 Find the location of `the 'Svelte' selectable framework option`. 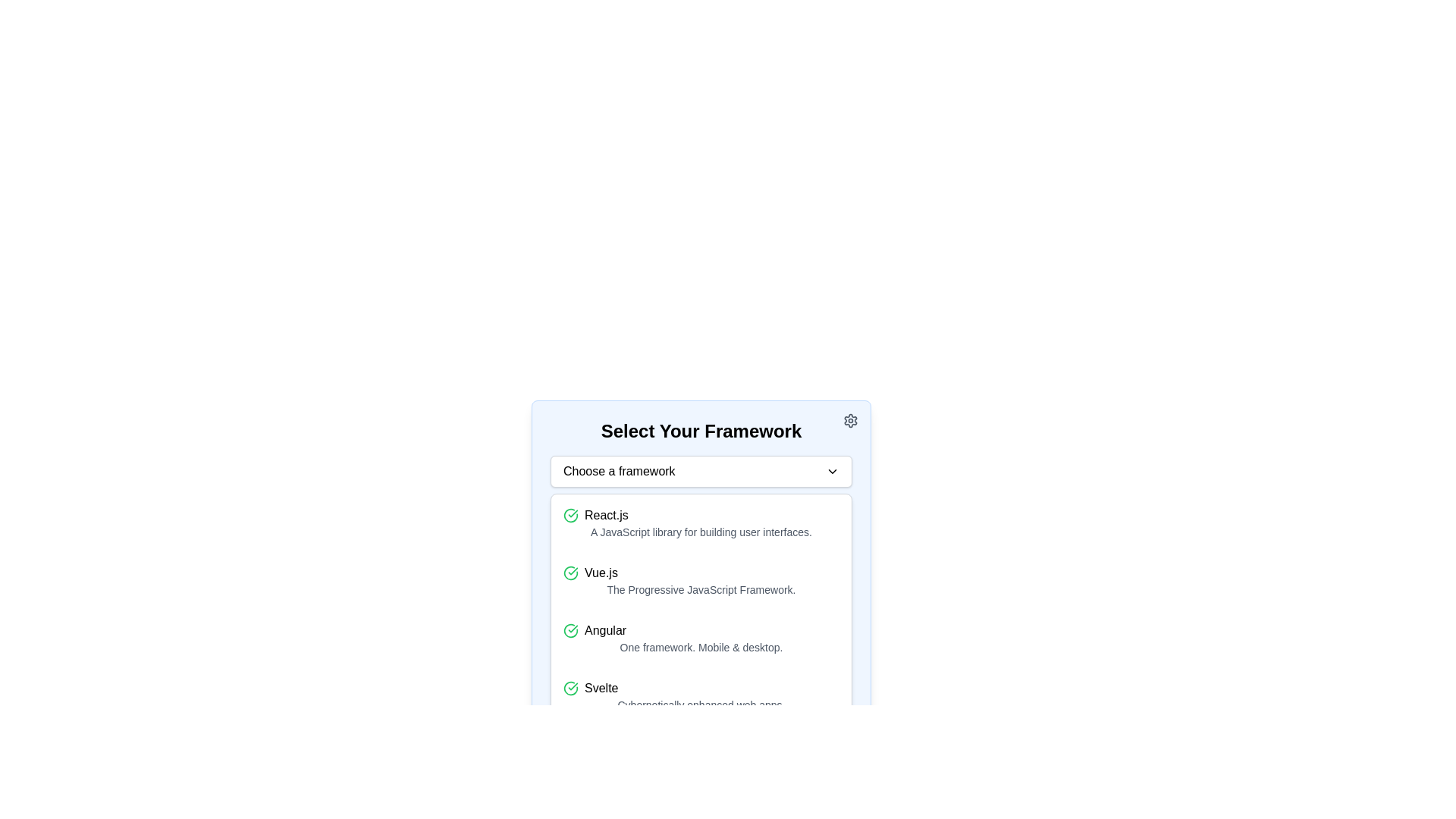

the 'Svelte' selectable framework option is located at coordinates (701, 688).